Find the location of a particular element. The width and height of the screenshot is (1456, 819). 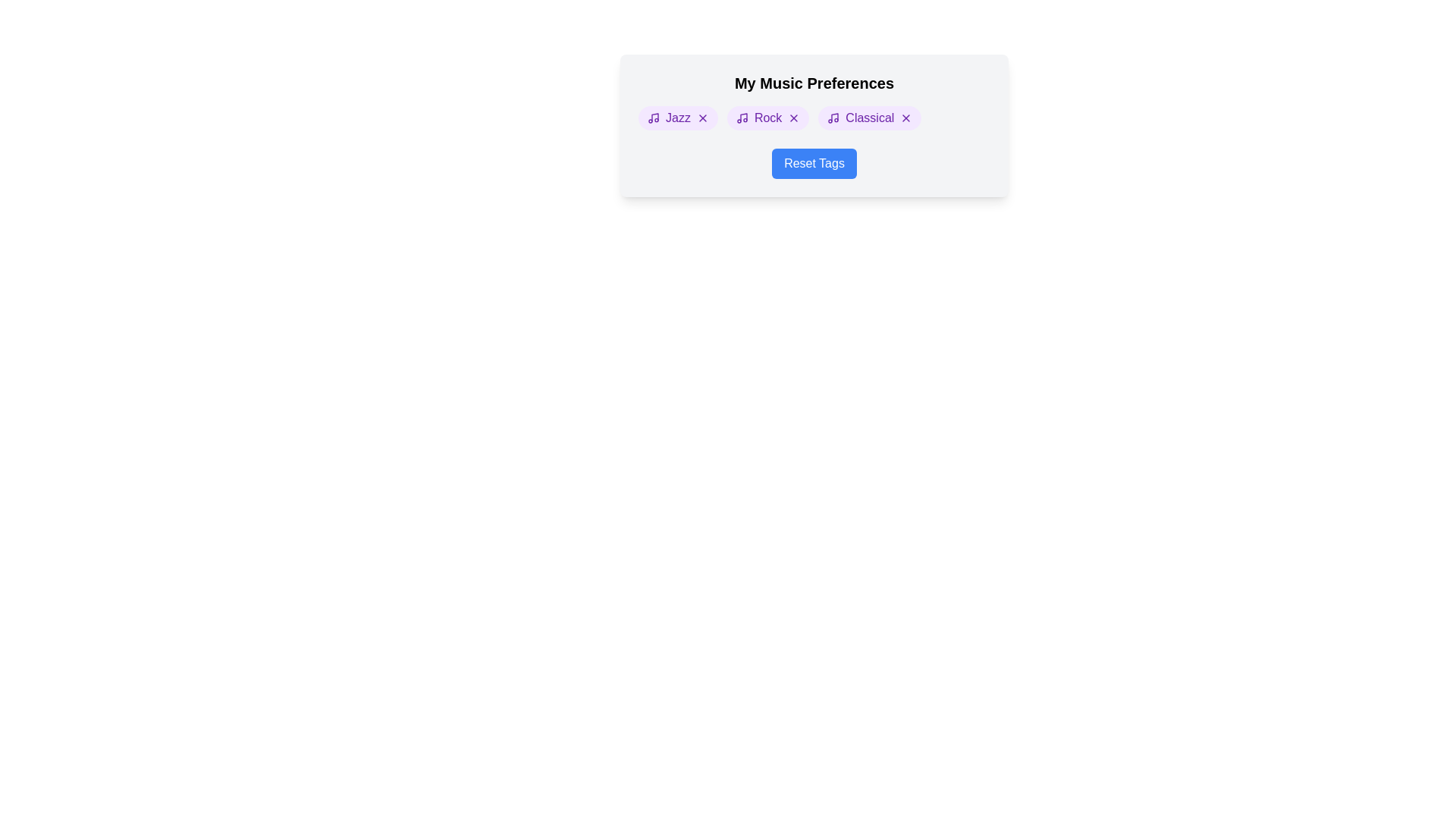

the remove button for the tag Classical to delete it is located at coordinates (906, 117).